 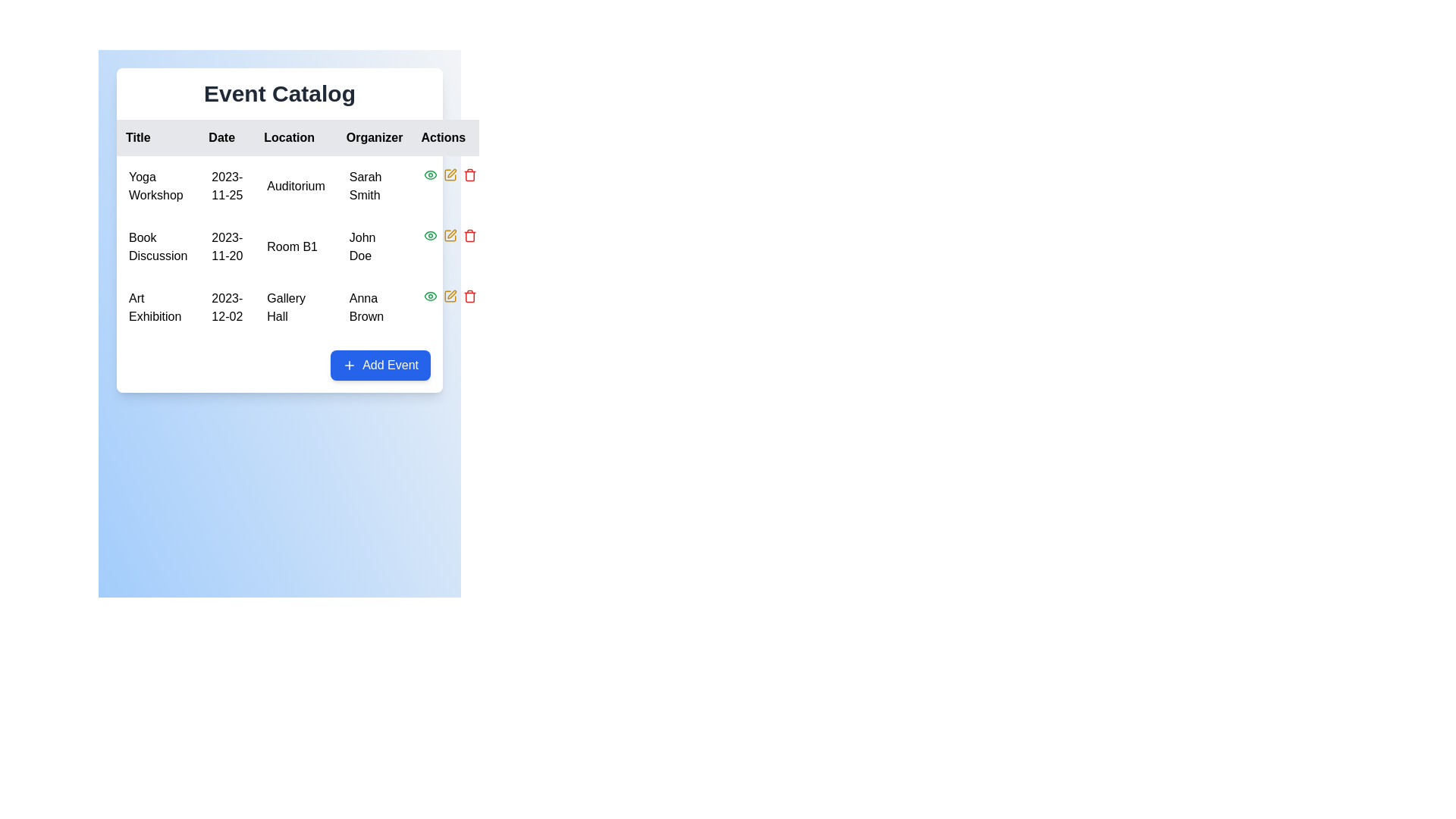 What do you see at coordinates (303, 246) in the screenshot?
I see `the second row of the table containing 'Book Discussion', '2023-11-20', 'Room B1', and 'John Doe'` at bounding box center [303, 246].